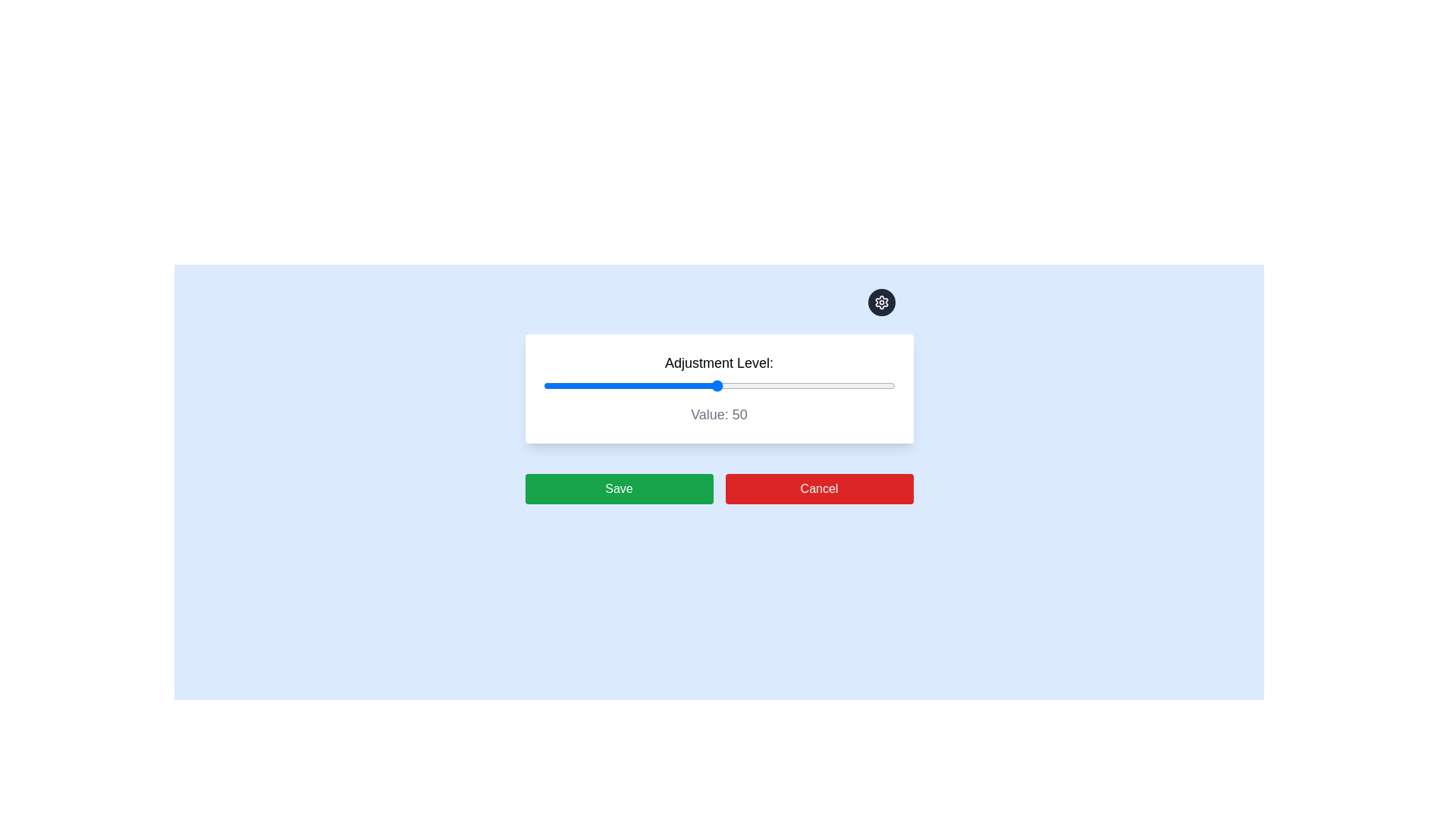  I want to click on the adjustment level, so click(610, 385).